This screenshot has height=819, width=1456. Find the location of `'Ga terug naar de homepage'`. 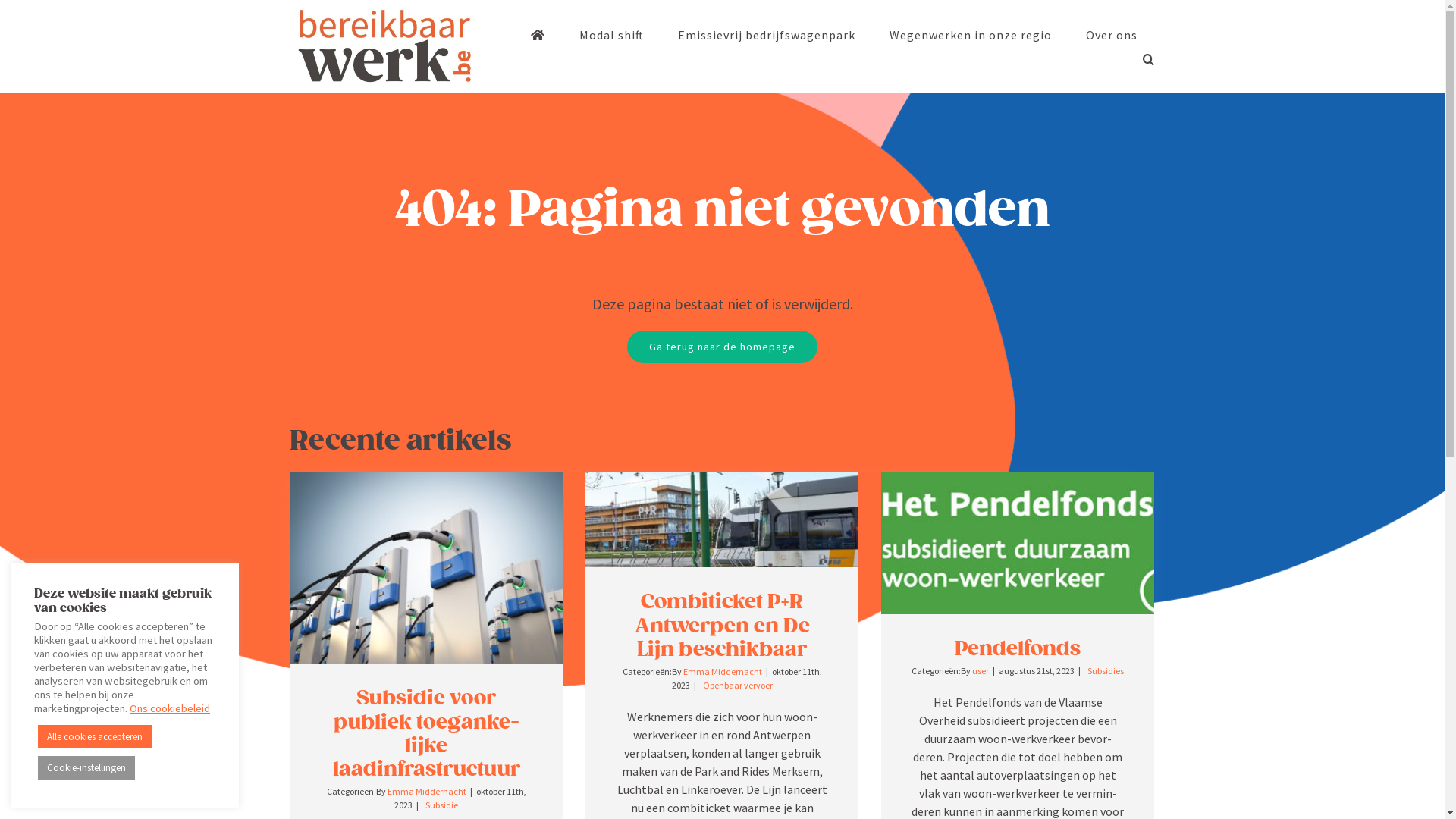

'Ga terug naar de homepage' is located at coordinates (721, 347).